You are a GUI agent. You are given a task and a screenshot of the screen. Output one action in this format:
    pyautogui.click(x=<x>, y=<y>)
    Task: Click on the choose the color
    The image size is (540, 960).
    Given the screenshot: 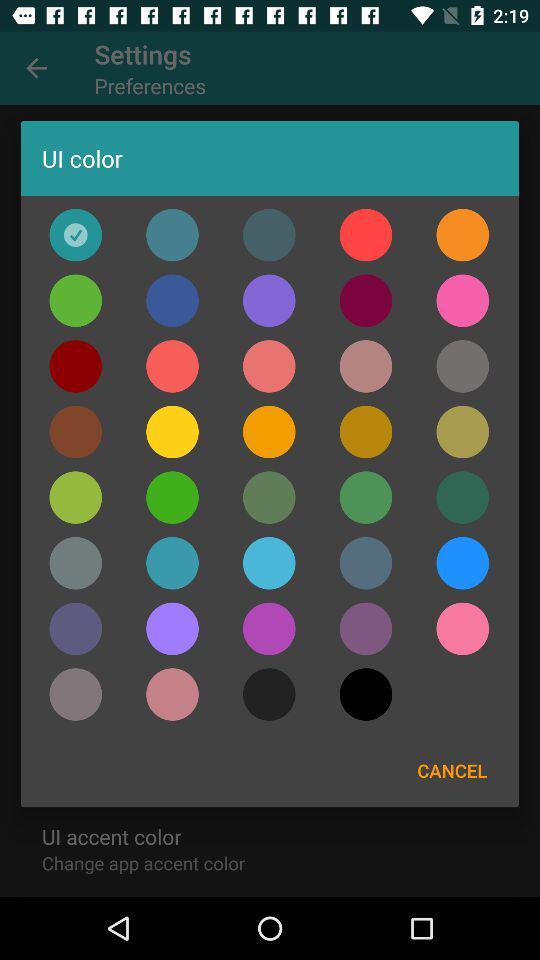 What is the action you would take?
    pyautogui.click(x=172, y=627)
    